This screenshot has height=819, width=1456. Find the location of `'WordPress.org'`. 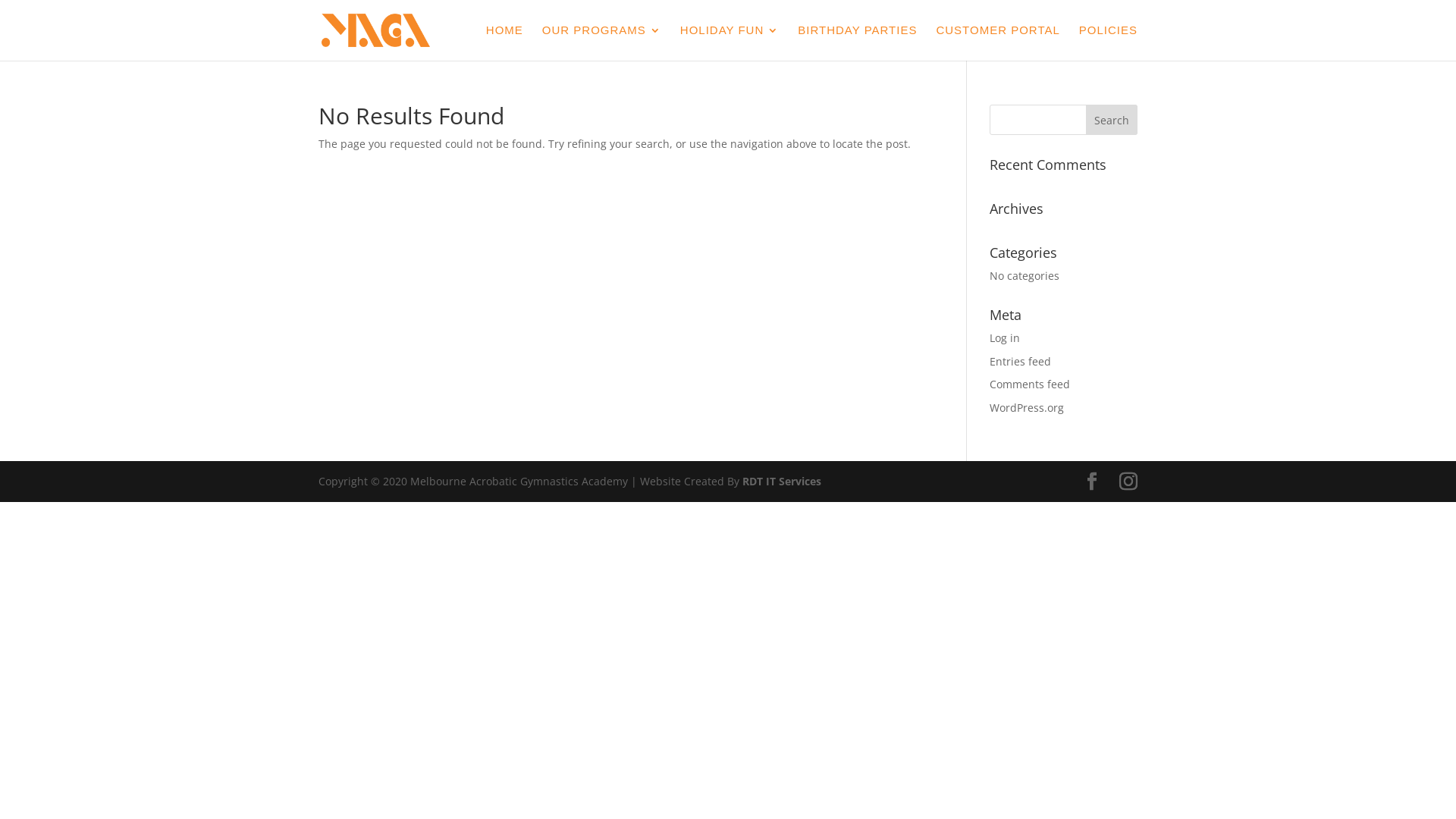

'WordPress.org' is located at coordinates (990, 406).